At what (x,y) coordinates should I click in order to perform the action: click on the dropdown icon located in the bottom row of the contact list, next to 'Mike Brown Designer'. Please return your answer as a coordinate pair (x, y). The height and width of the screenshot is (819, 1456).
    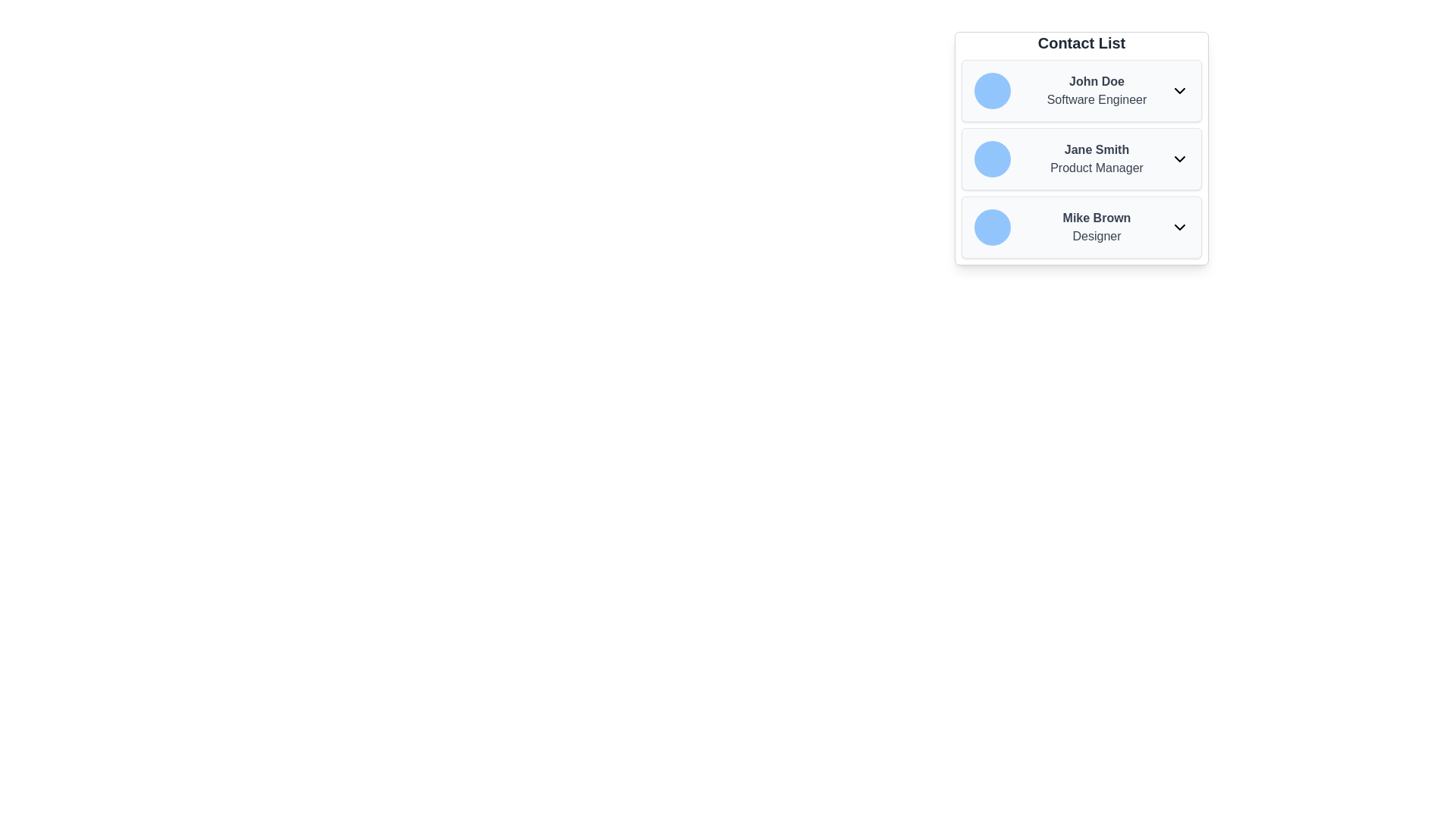
    Looking at the image, I should click on (1178, 227).